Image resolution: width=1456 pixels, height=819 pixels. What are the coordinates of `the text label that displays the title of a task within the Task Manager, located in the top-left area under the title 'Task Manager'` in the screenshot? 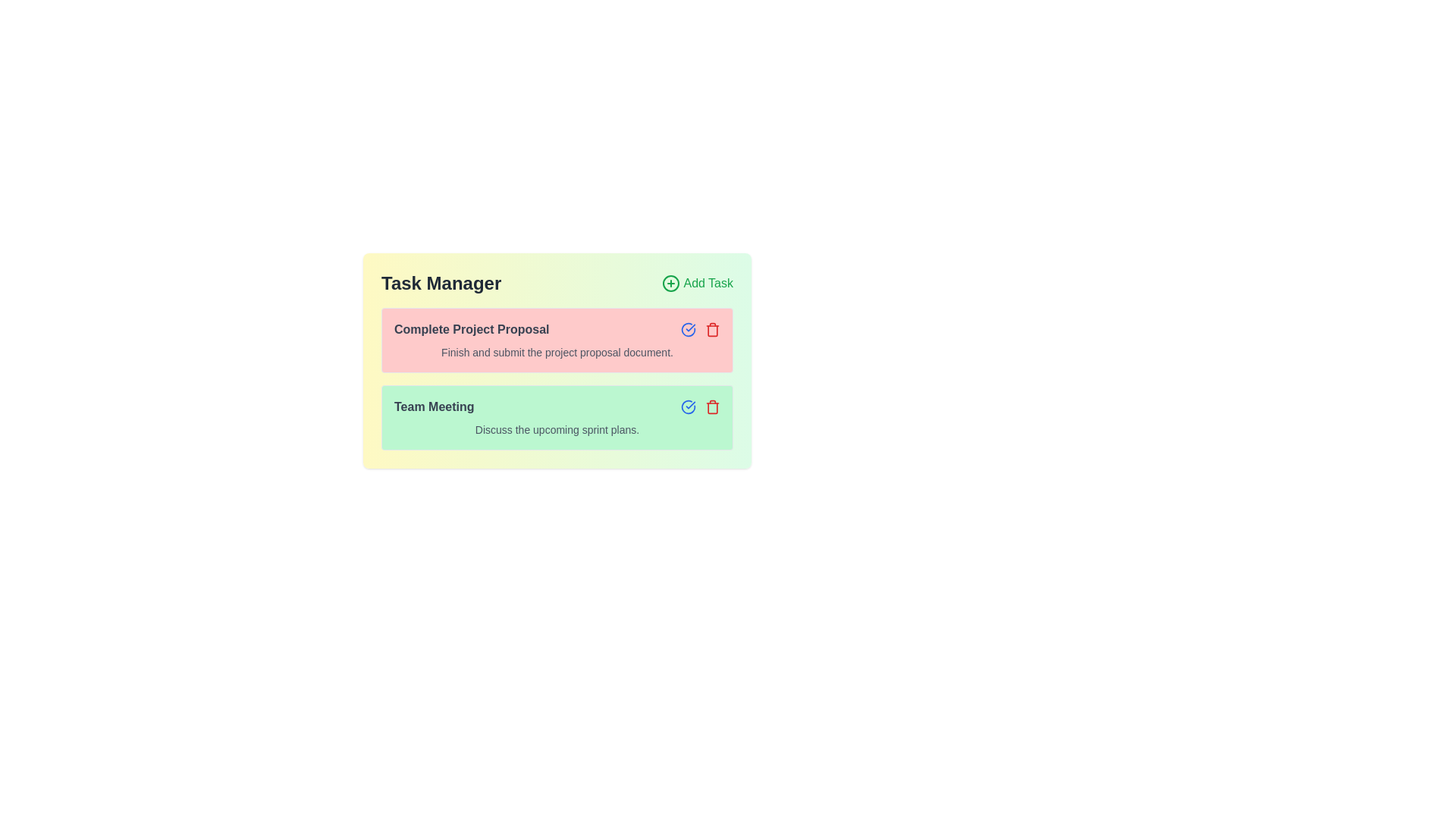 It's located at (471, 329).